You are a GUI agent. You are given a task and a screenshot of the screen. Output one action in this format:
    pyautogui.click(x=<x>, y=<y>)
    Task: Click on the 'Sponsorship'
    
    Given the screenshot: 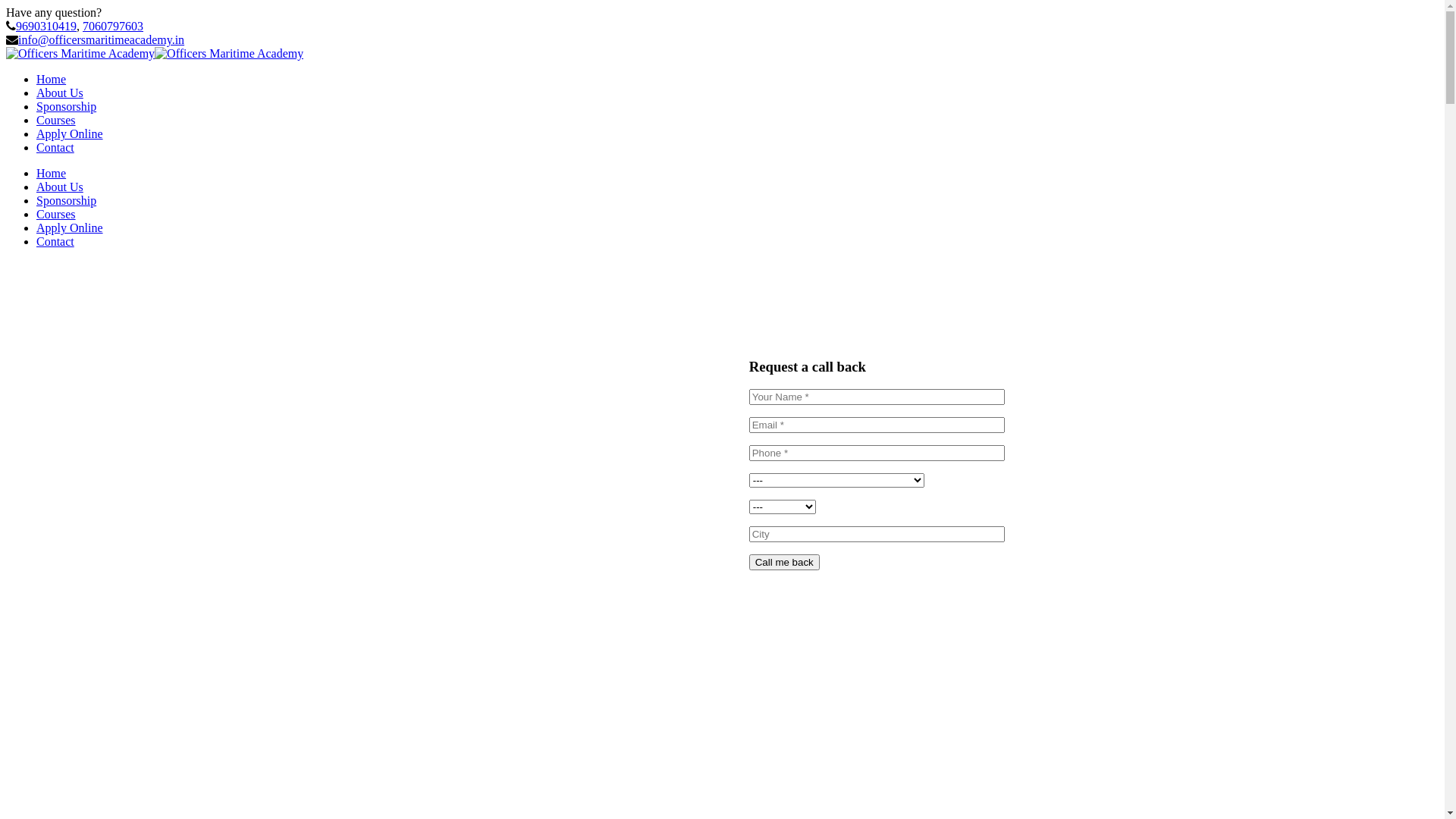 What is the action you would take?
    pyautogui.click(x=65, y=105)
    